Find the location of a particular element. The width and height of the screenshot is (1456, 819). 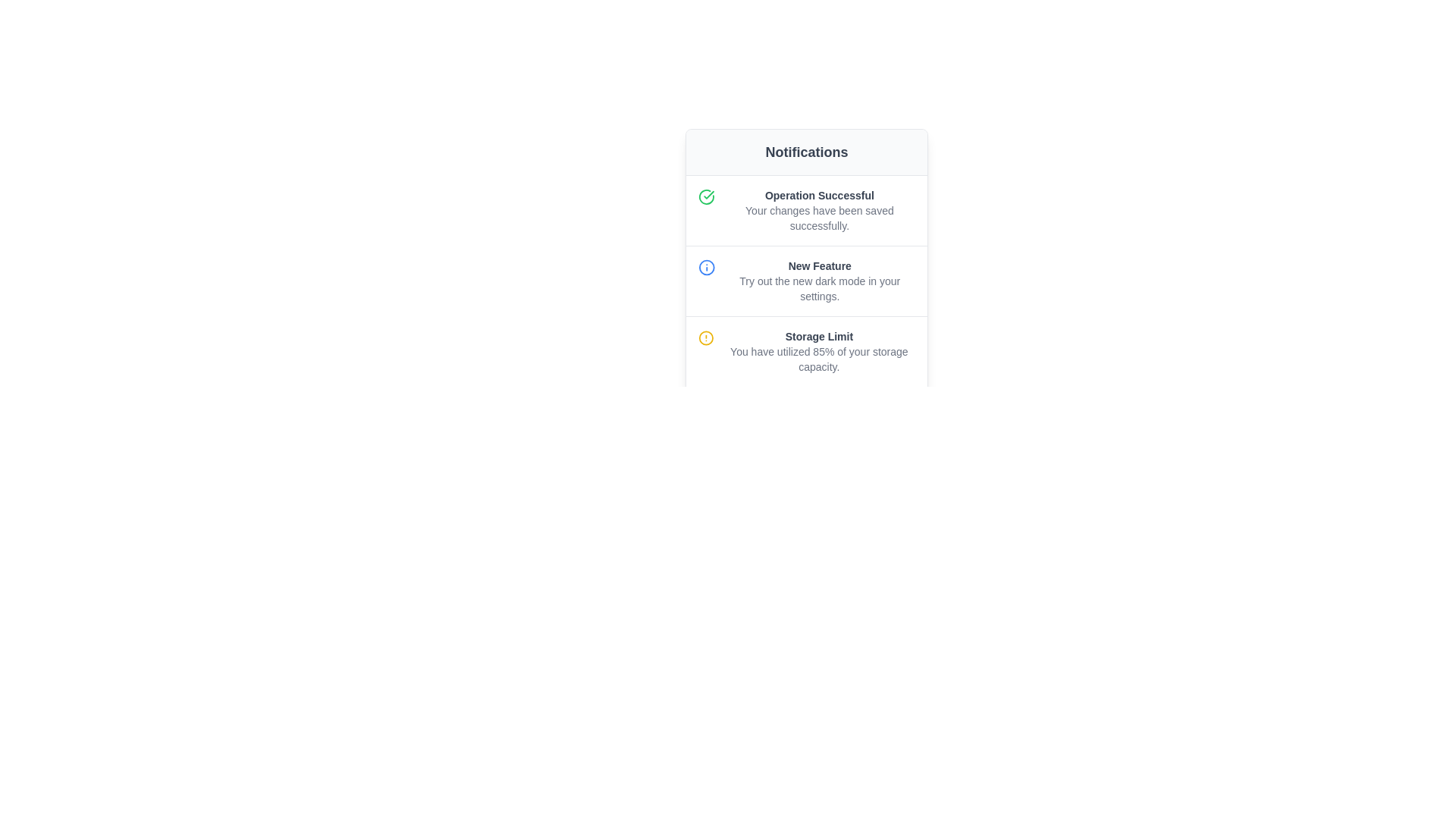

supplementary information text regarding the 'New Feature' notification about the new dark mode feature, which is located below the title 'New Feature' in the middle notification item is located at coordinates (819, 289).